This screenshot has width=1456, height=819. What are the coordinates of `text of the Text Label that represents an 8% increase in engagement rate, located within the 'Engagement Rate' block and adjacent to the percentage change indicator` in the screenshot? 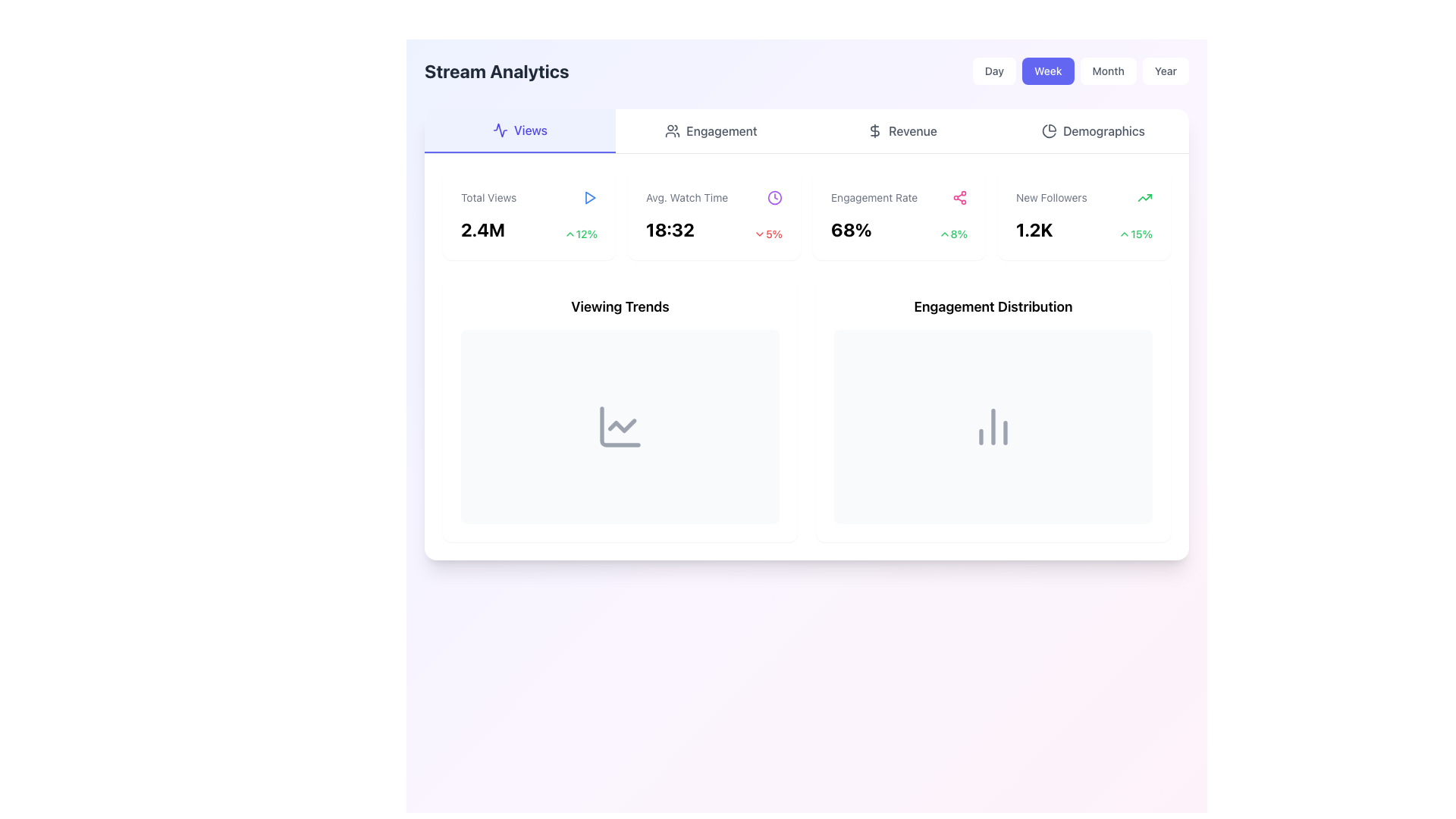 It's located at (958, 234).